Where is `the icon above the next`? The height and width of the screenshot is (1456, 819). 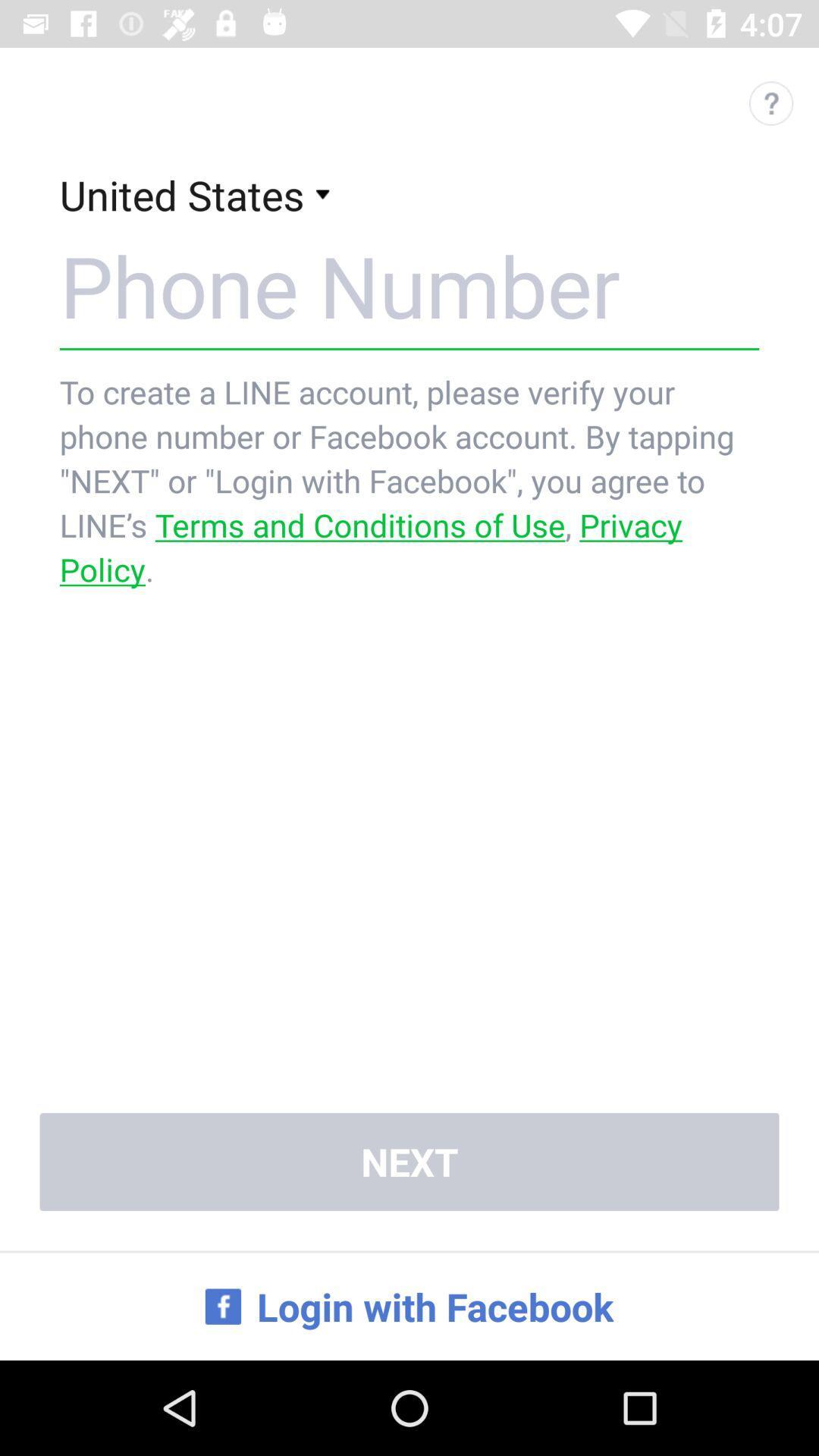 the icon above the next is located at coordinates (409, 479).